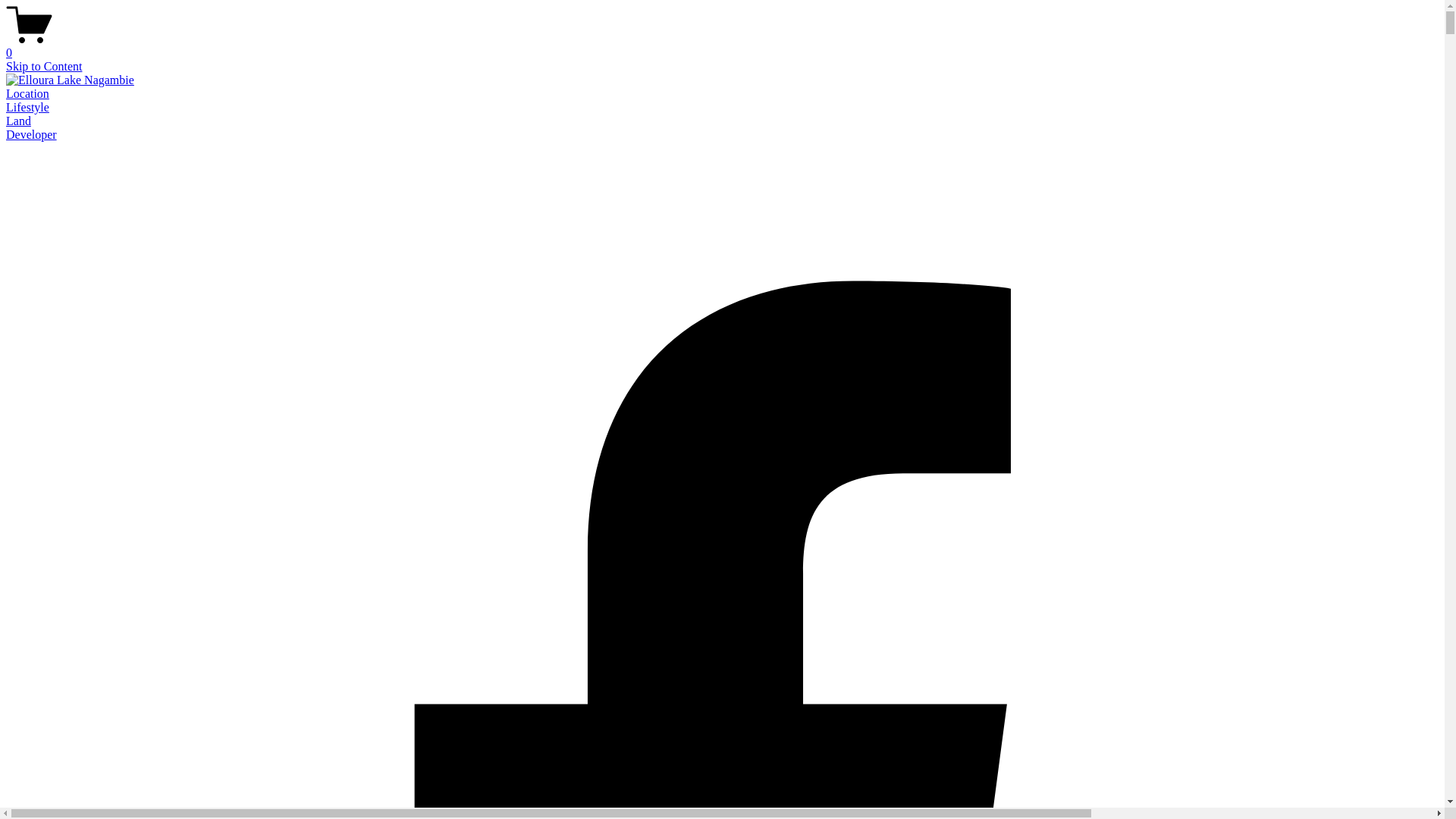 This screenshot has height=819, width=1456. Describe the element at coordinates (27, 106) in the screenshot. I see `'Lifestyle'` at that location.